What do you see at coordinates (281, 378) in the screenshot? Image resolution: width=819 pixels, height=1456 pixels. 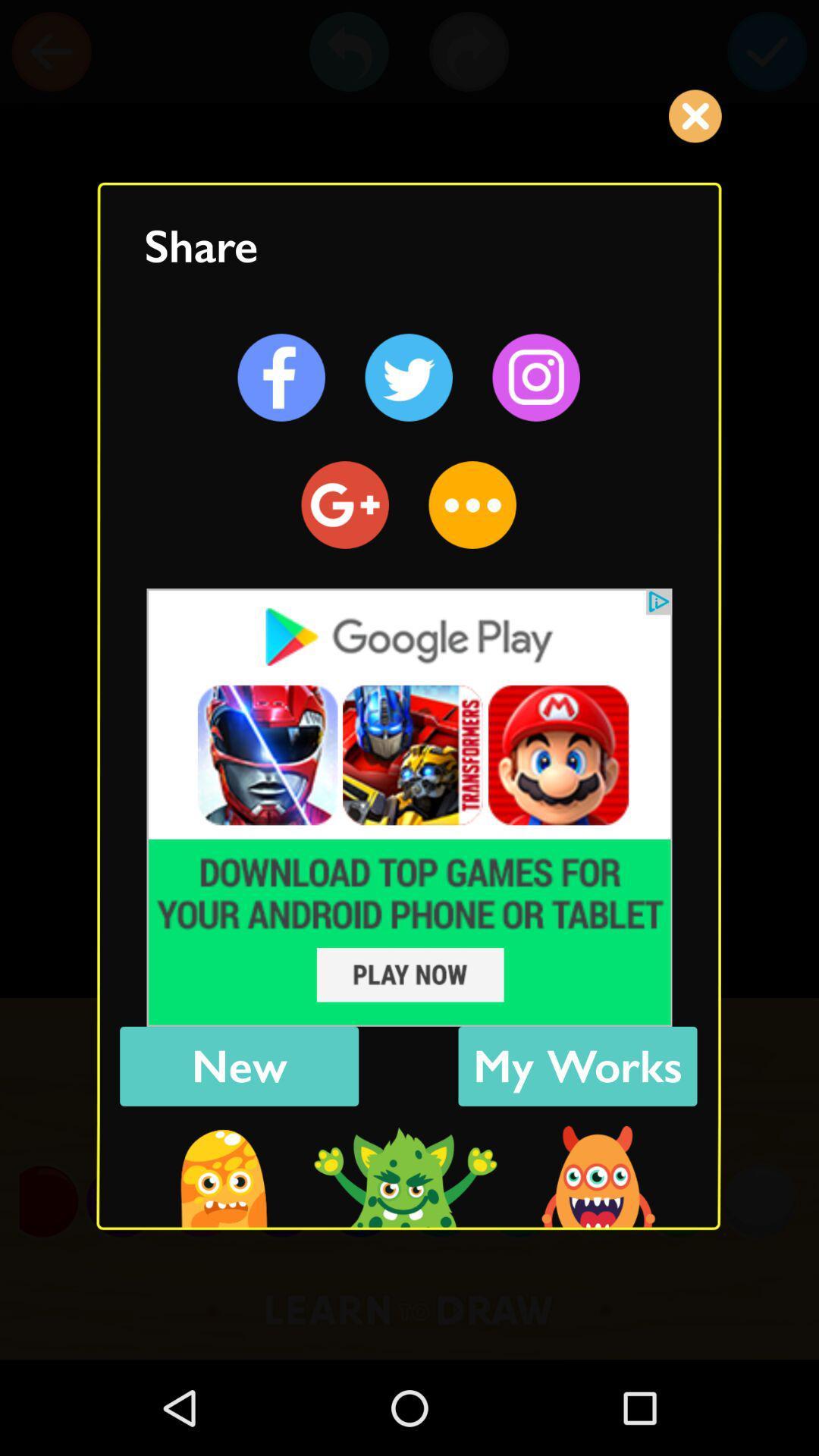 I see `the facebook icon` at bounding box center [281, 378].